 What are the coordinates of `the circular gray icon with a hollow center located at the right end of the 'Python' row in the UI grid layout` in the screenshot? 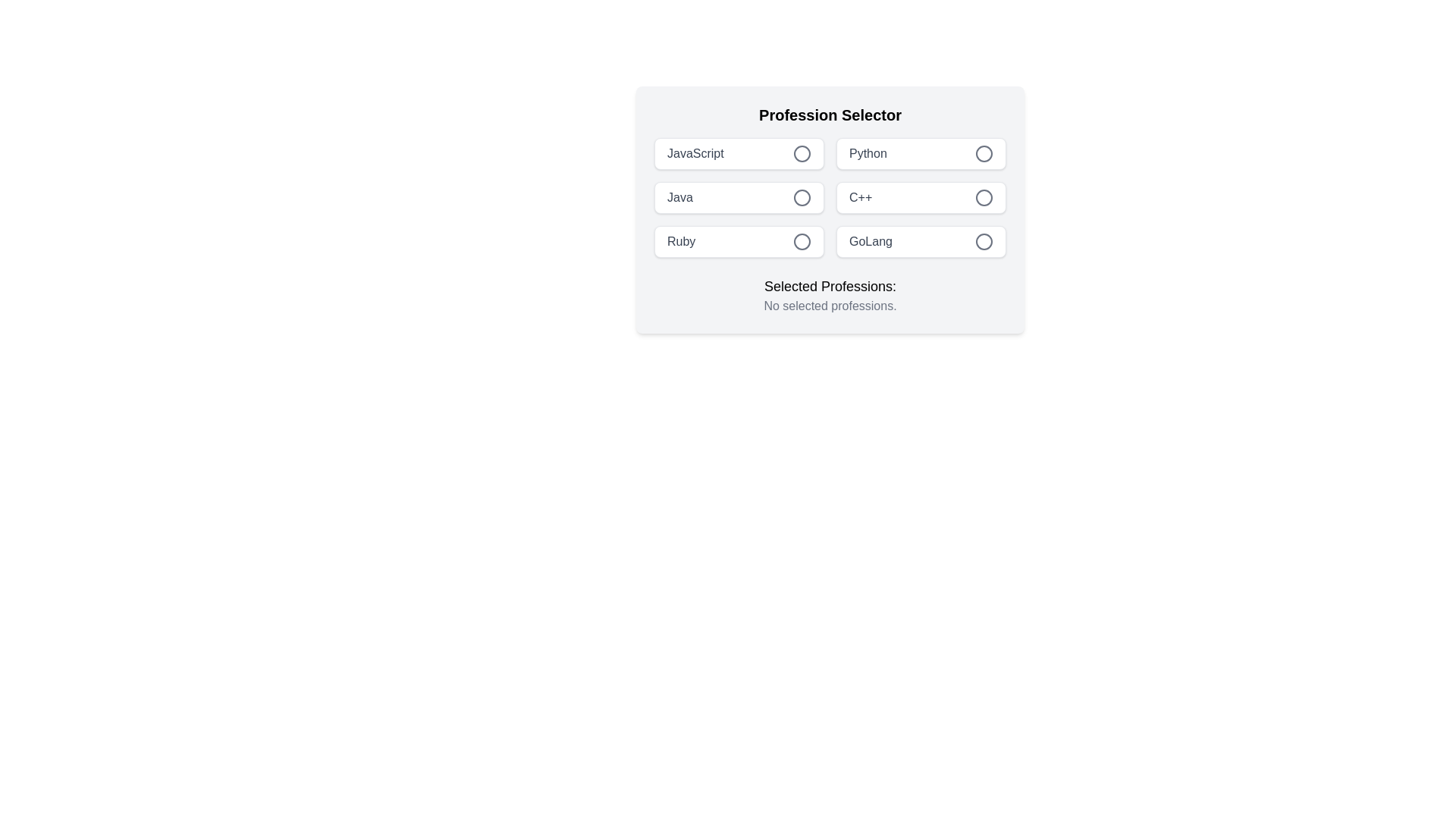 It's located at (984, 154).